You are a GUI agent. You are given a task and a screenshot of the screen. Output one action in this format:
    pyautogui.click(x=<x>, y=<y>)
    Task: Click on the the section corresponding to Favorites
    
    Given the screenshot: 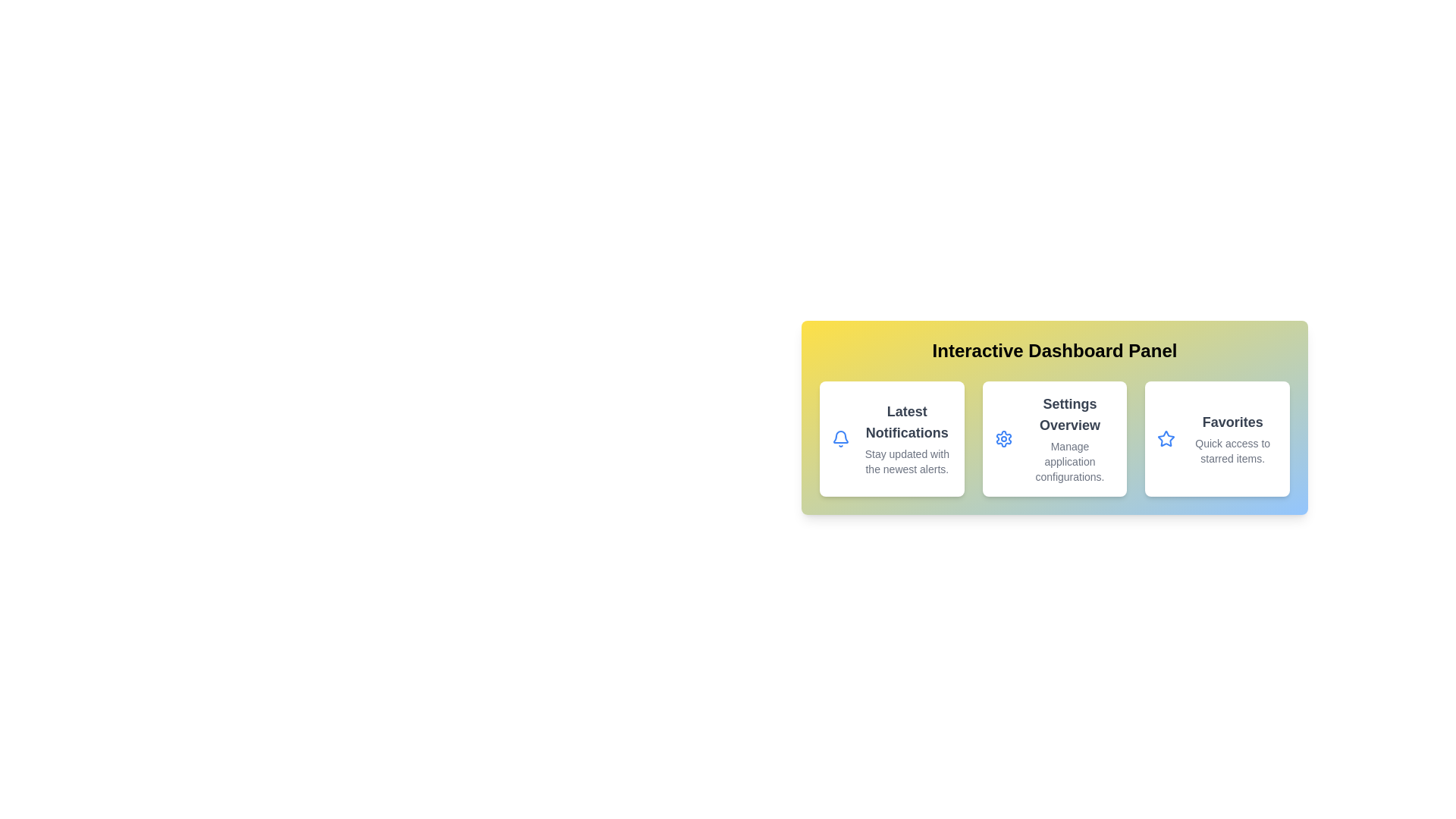 What is the action you would take?
    pyautogui.click(x=1217, y=438)
    